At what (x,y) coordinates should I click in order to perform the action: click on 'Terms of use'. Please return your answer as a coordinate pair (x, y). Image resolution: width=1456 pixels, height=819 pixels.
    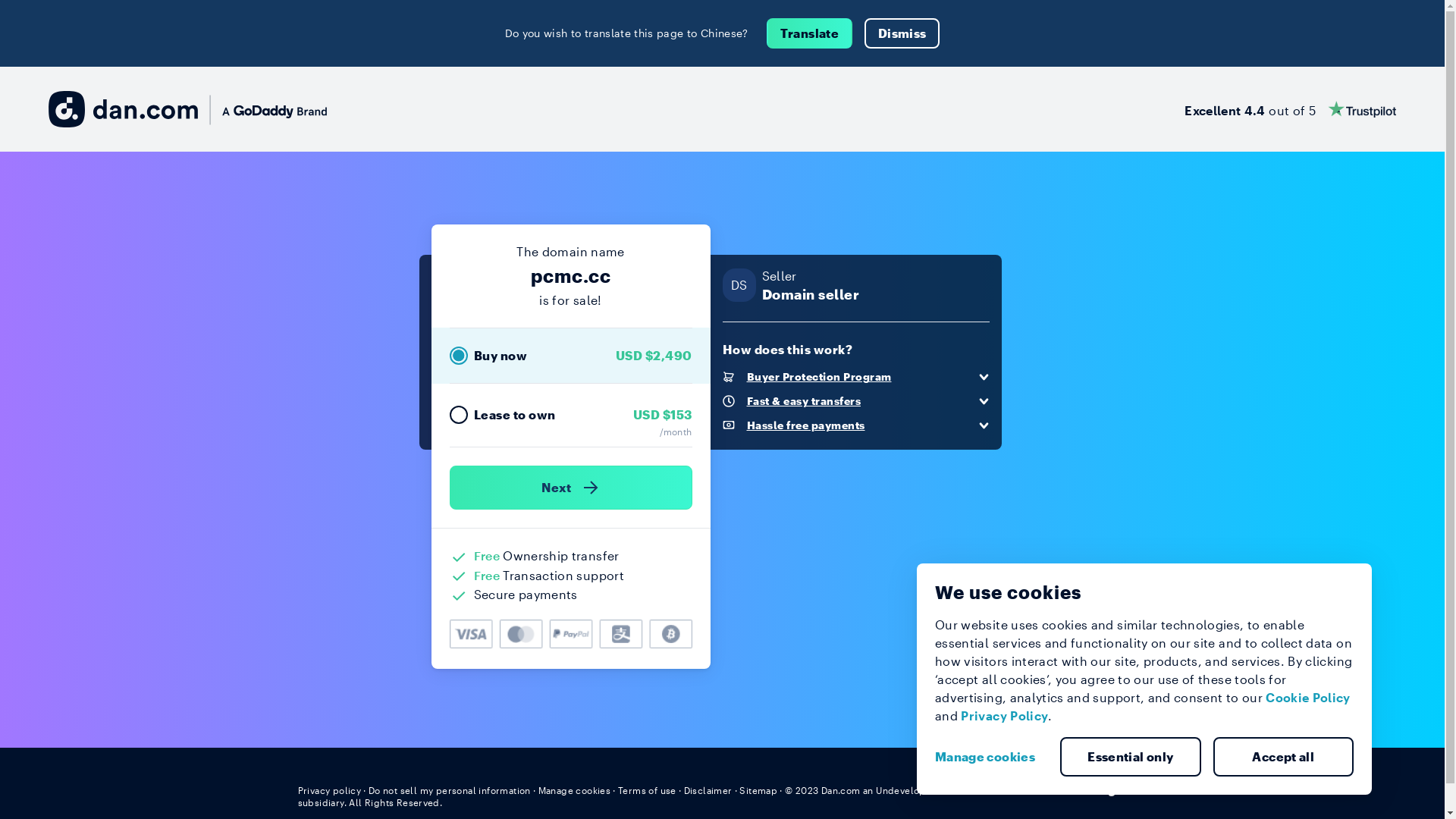
    Looking at the image, I should click on (647, 789).